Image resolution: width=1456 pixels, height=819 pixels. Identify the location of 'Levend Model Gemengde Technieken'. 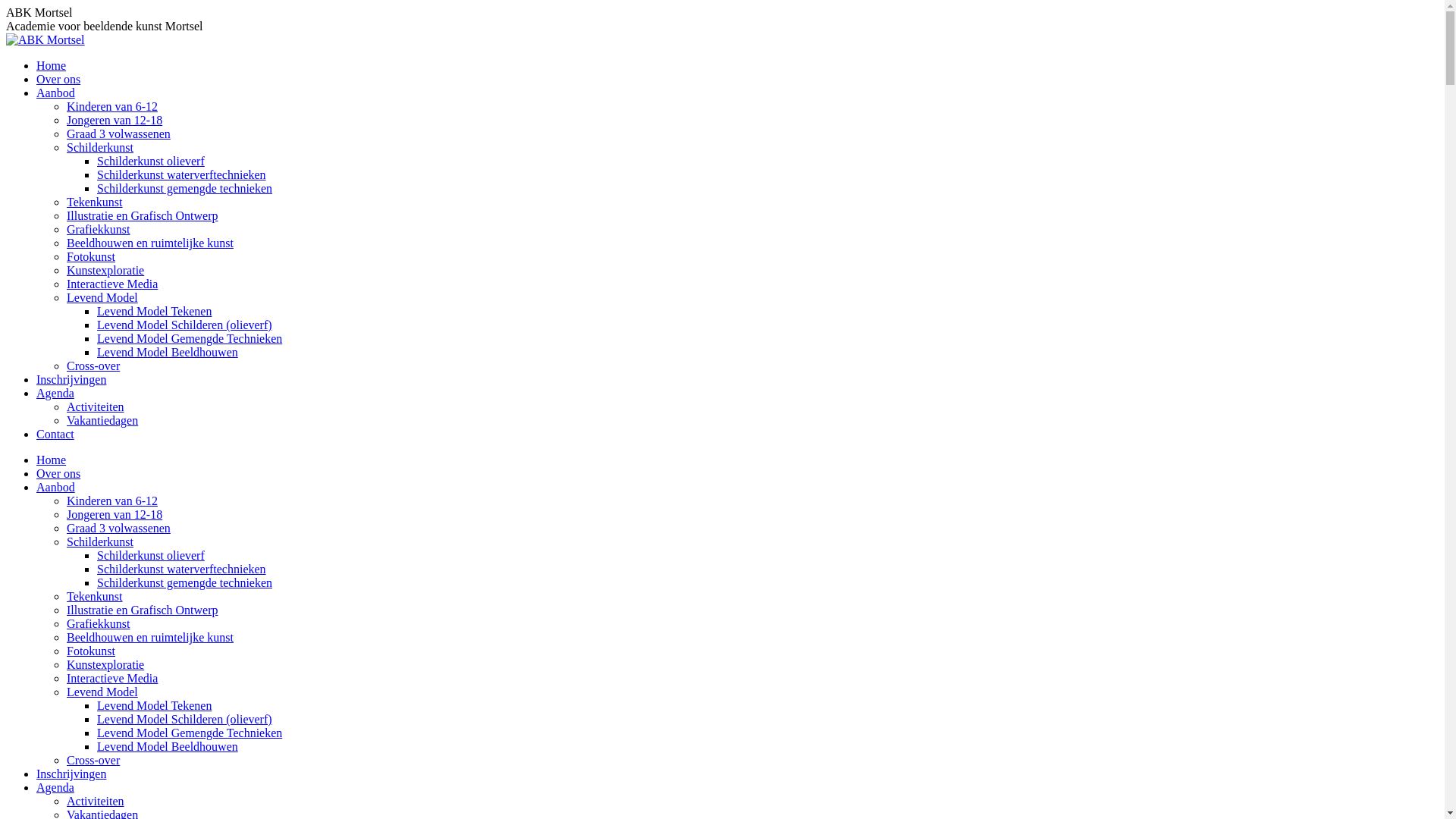
(188, 732).